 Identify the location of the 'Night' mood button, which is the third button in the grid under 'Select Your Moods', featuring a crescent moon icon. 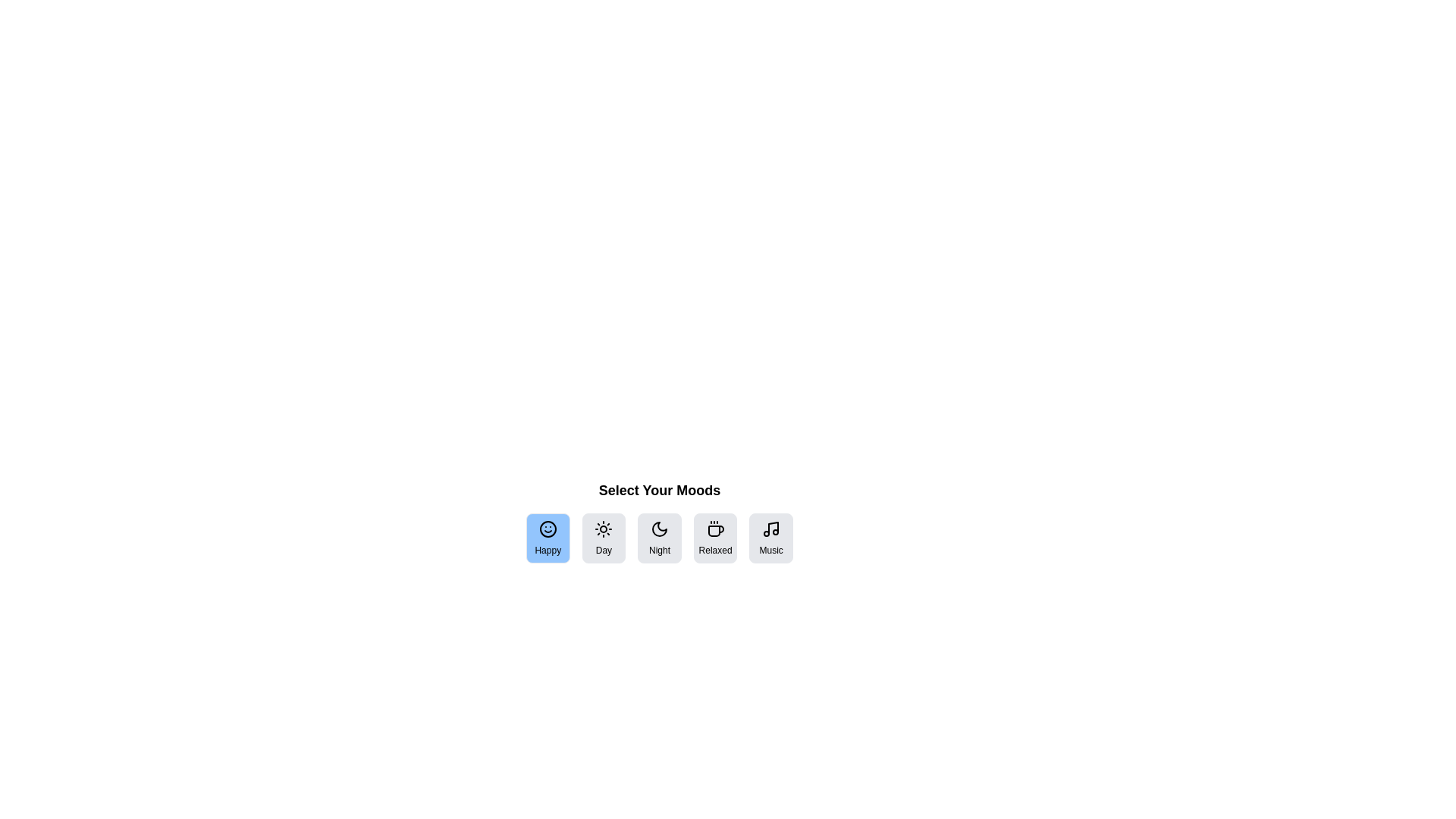
(659, 520).